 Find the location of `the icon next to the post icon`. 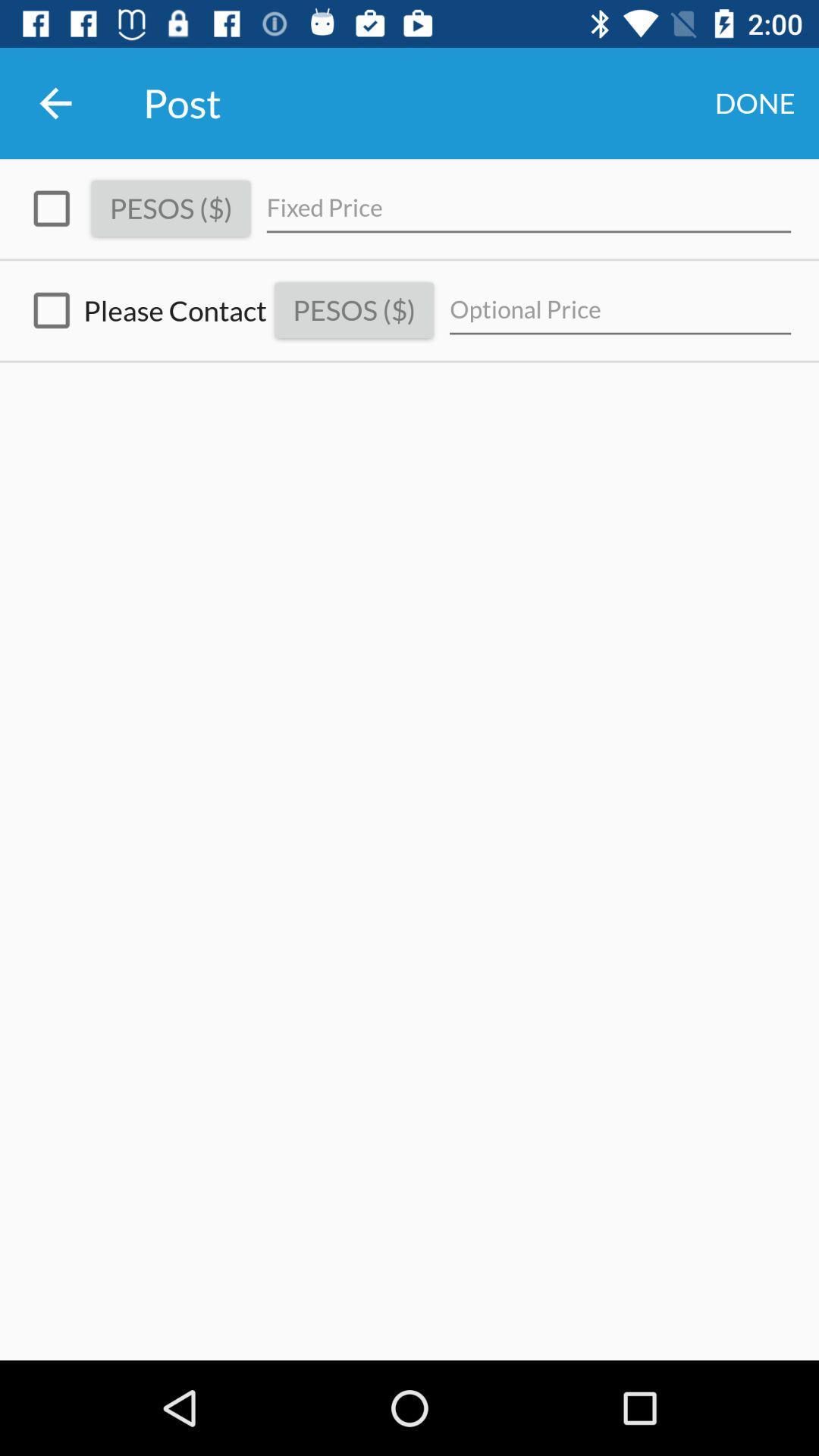

the icon next to the post icon is located at coordinates (55, 102).